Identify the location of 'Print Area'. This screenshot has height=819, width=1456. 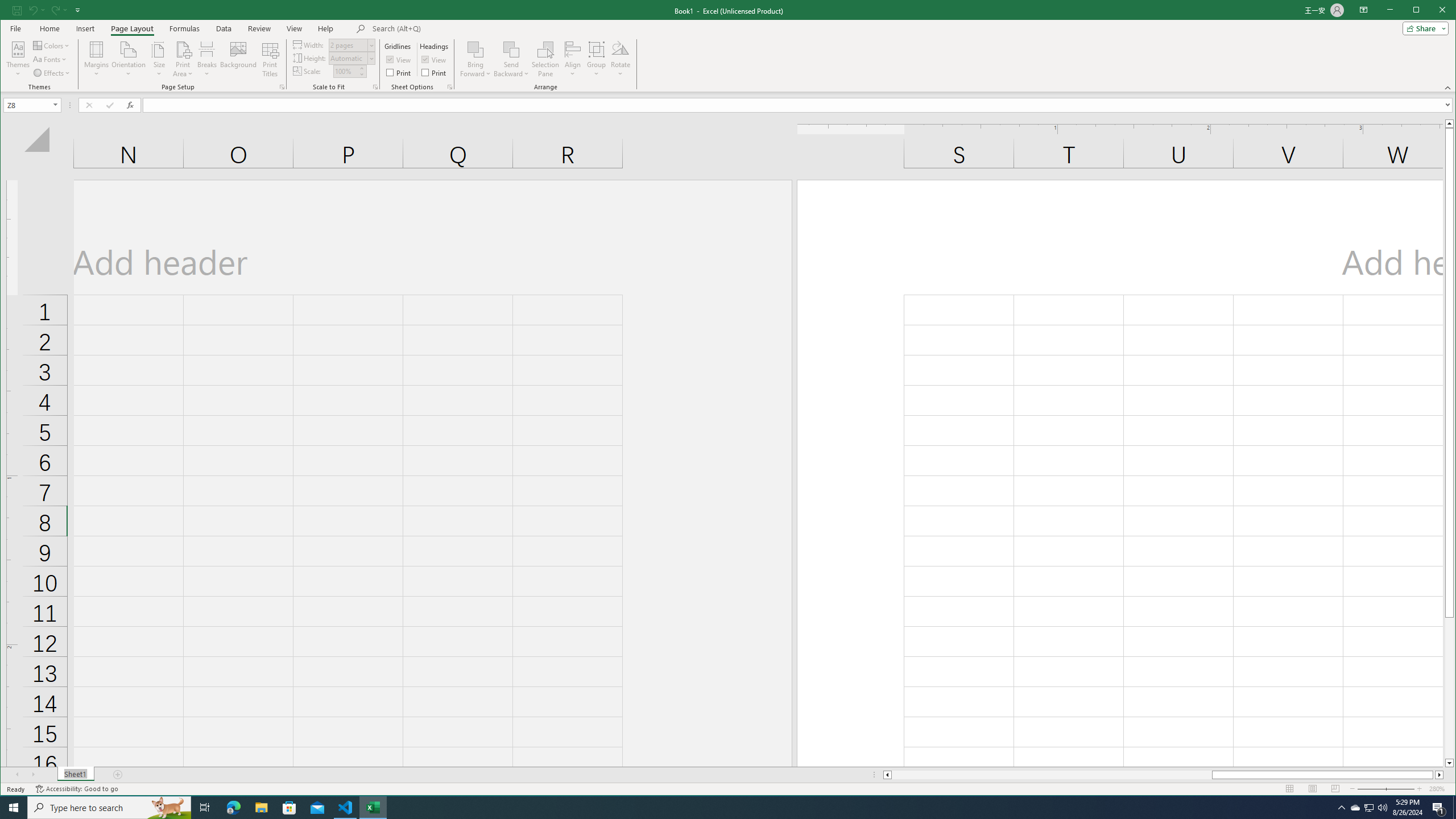
(183, 59).